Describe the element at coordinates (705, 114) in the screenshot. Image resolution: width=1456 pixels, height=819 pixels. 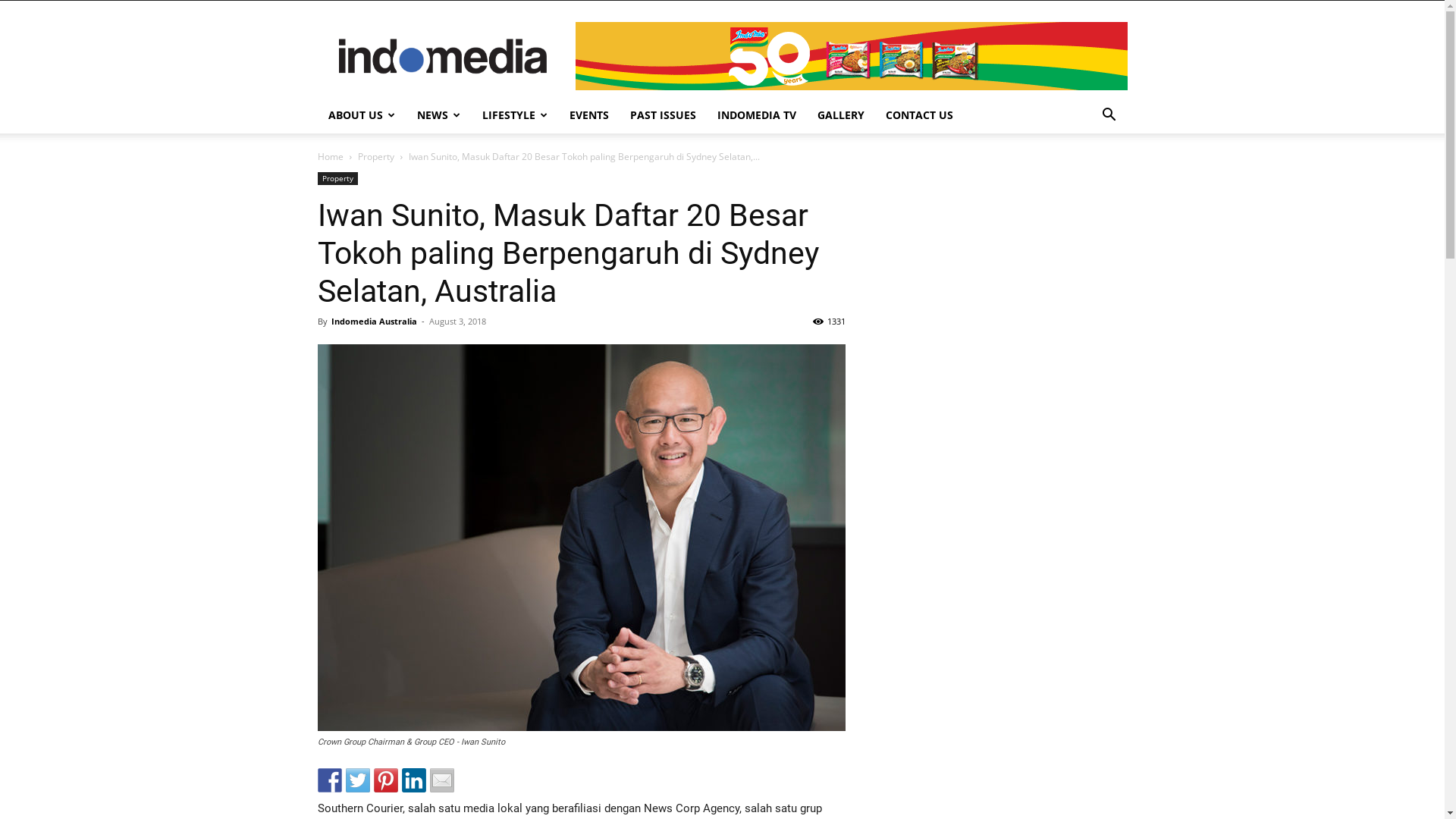
I see `'INDOMEDIA TV'` at that location.